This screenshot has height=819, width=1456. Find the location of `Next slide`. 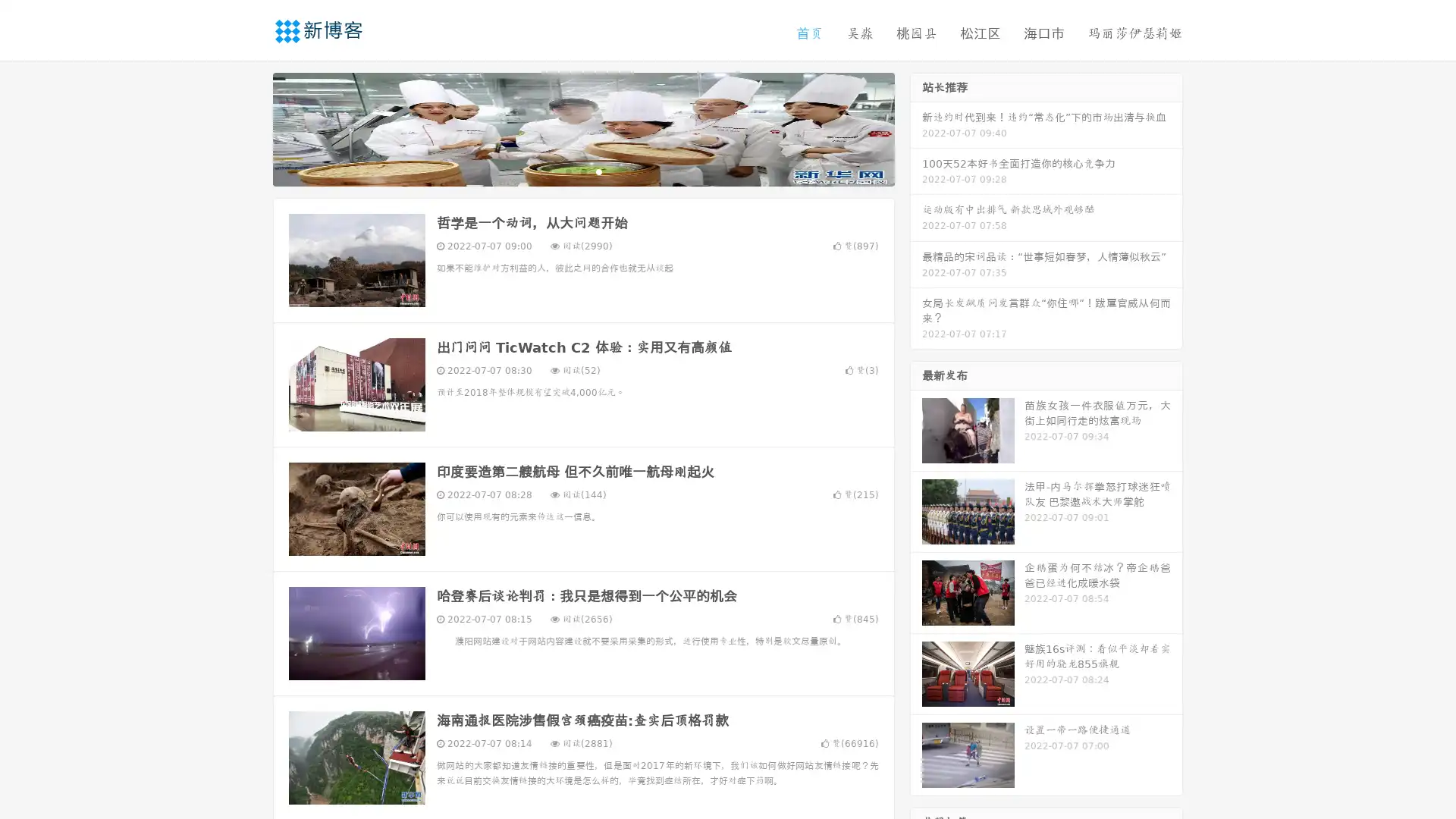

Next slide is located at coordinates (916, 127).